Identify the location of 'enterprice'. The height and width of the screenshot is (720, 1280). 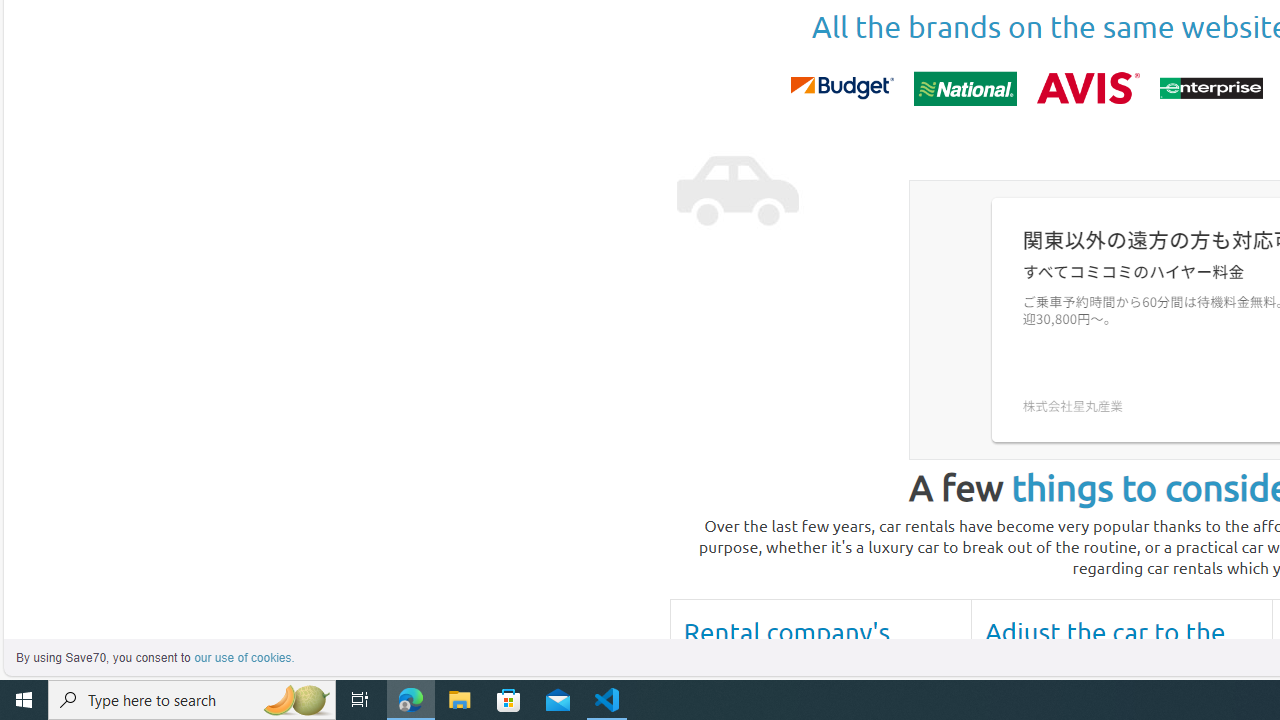
(1209, 87).